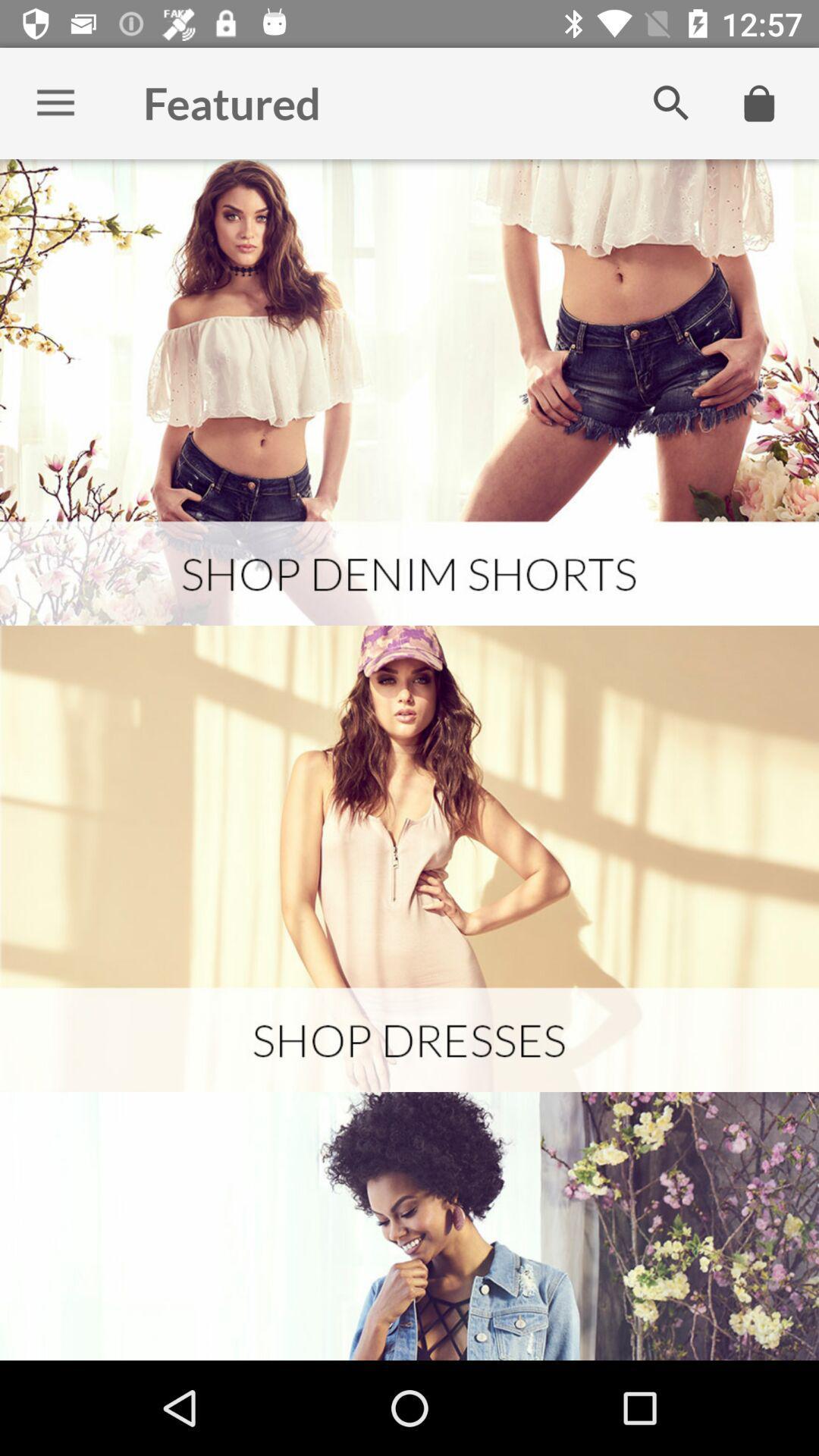 Image resolution: width=819 pixels, height=1456 pixels. Describe the element at coordinates (409, 392) in the screenshot. I see `display field` at that location.